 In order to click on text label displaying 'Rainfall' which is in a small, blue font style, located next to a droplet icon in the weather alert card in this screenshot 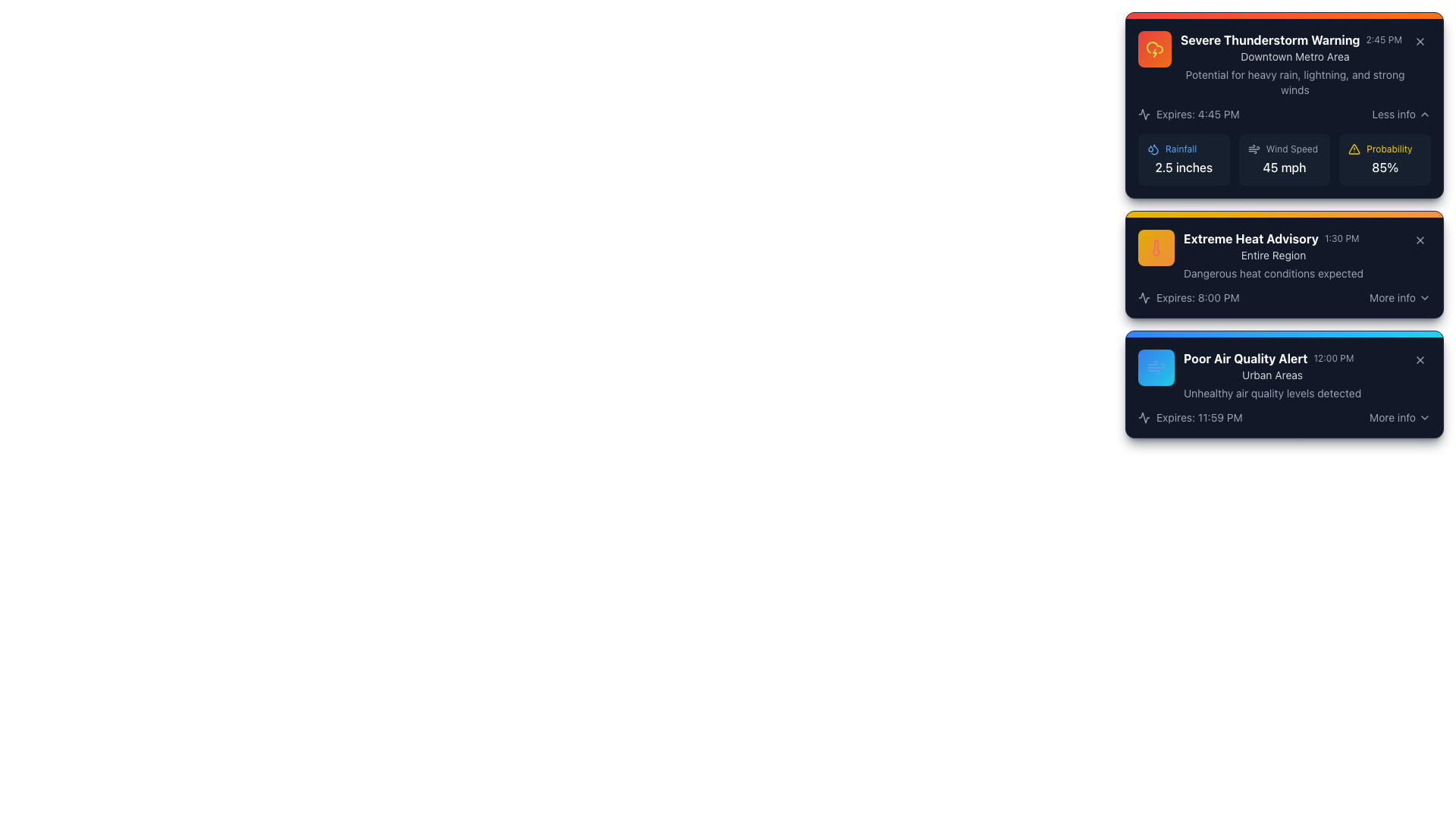, I will do `click(1180, 149)`.